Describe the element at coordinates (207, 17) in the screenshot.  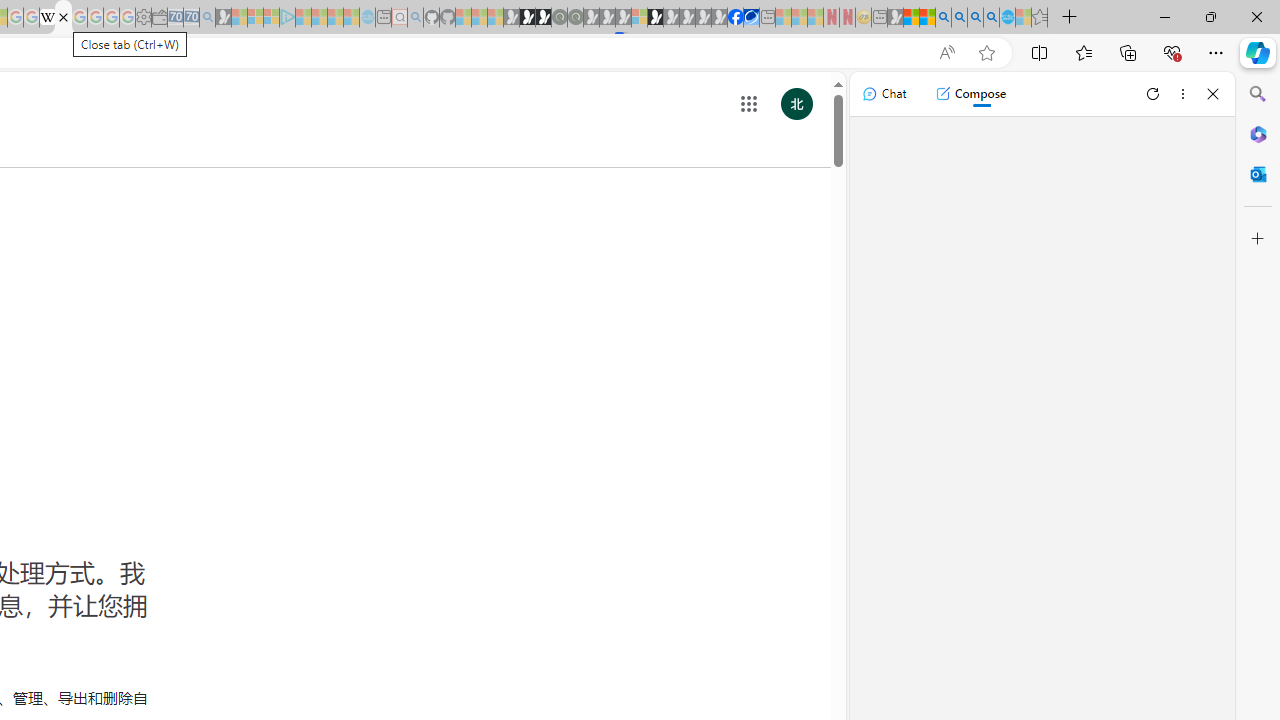
I see `'Bing Real Estate - Home sales and rental listings - Sleeping'` at that location.